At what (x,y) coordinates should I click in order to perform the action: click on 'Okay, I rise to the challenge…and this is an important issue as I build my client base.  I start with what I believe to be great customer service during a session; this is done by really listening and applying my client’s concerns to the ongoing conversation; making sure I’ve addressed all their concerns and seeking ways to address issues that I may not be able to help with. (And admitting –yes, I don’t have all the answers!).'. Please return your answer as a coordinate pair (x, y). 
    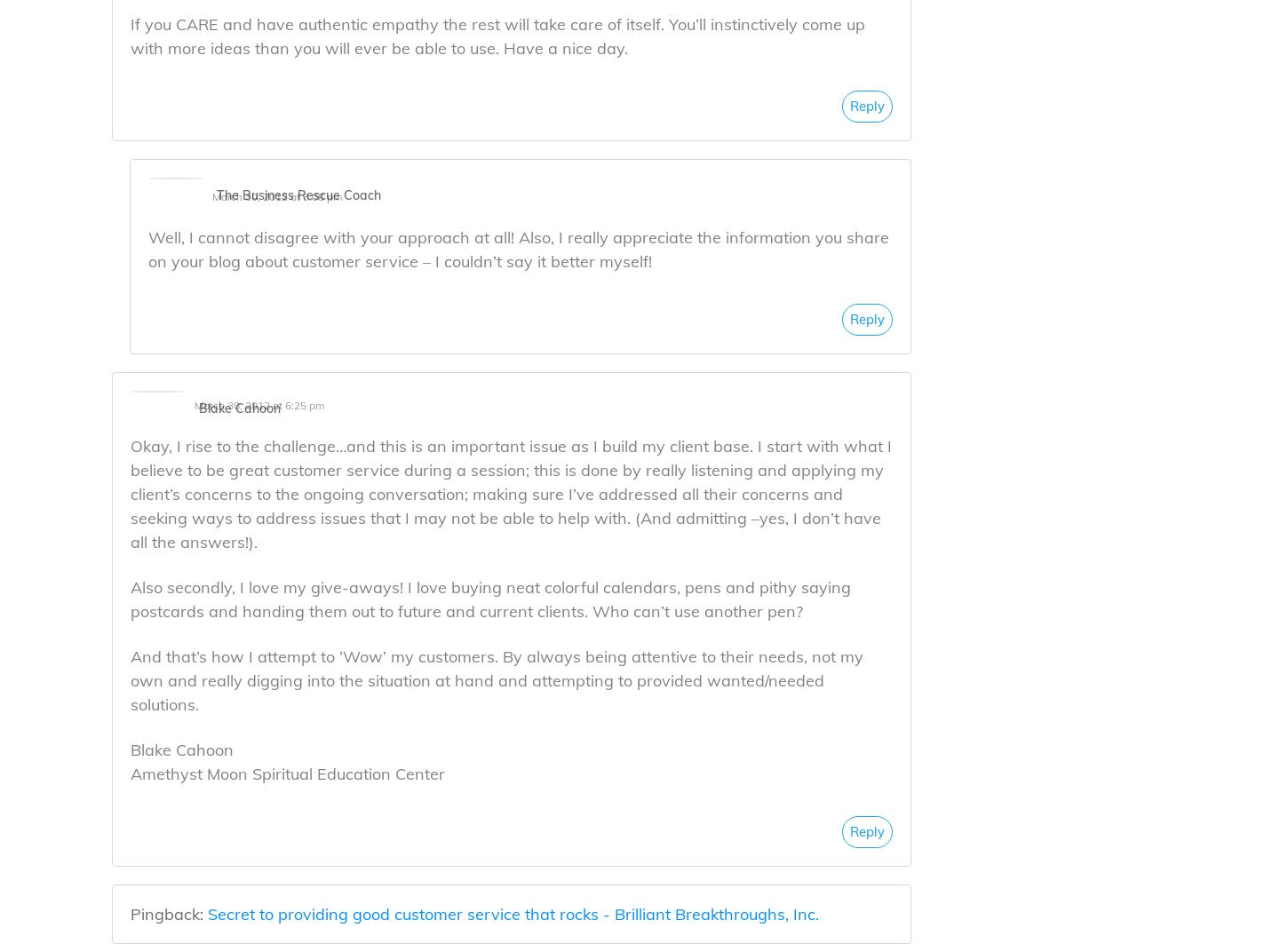
    Looking at the image, I should click on (511, 492).